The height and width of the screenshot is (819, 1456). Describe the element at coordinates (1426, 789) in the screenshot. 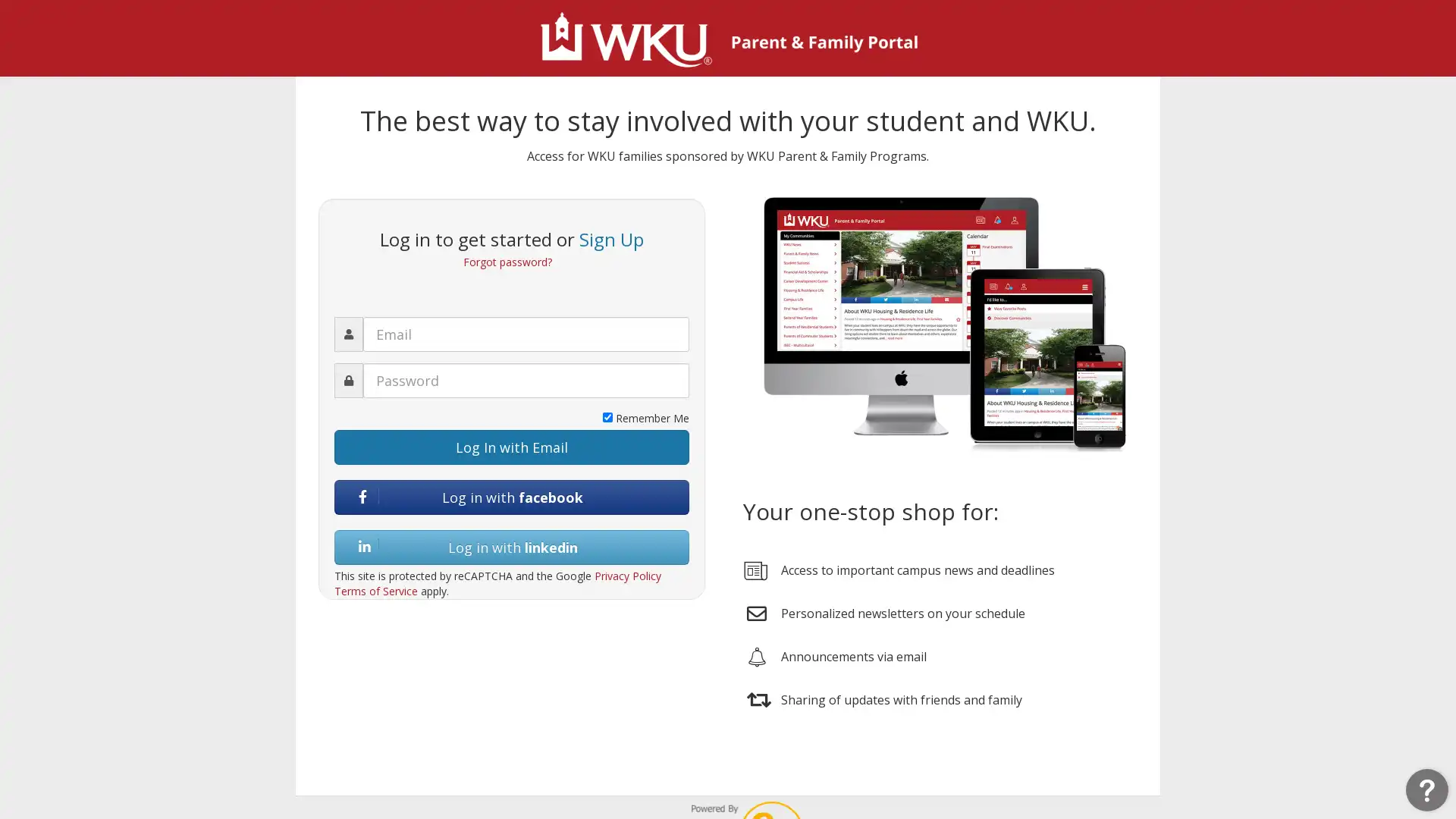

I see `Open Resource Center` at that location.